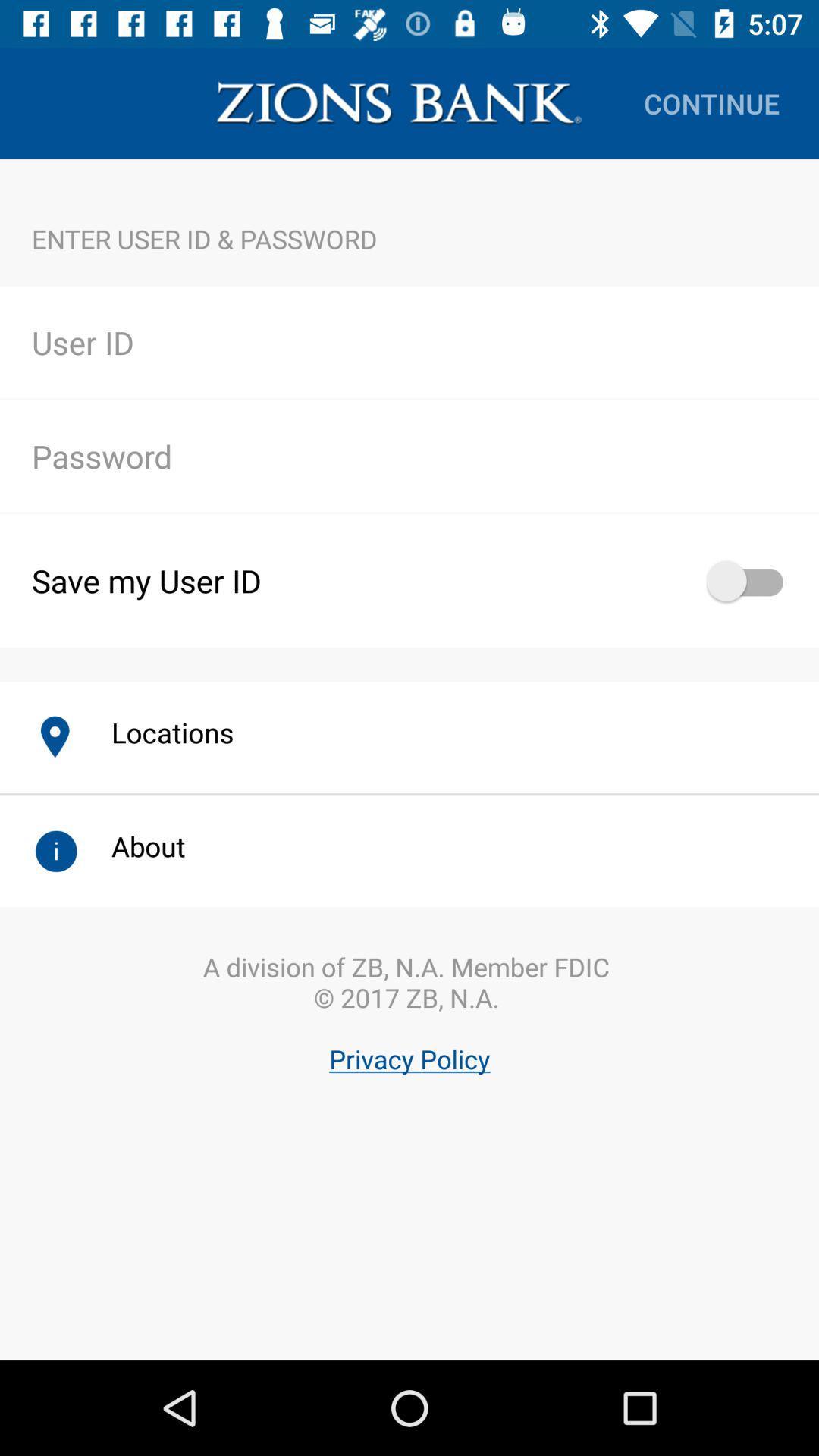 This screenshot has height=1456, width=819. What do you see at coordinates (409, 1053) in the screenshot?
I see `a division of` at bounding box center [409, 1053].